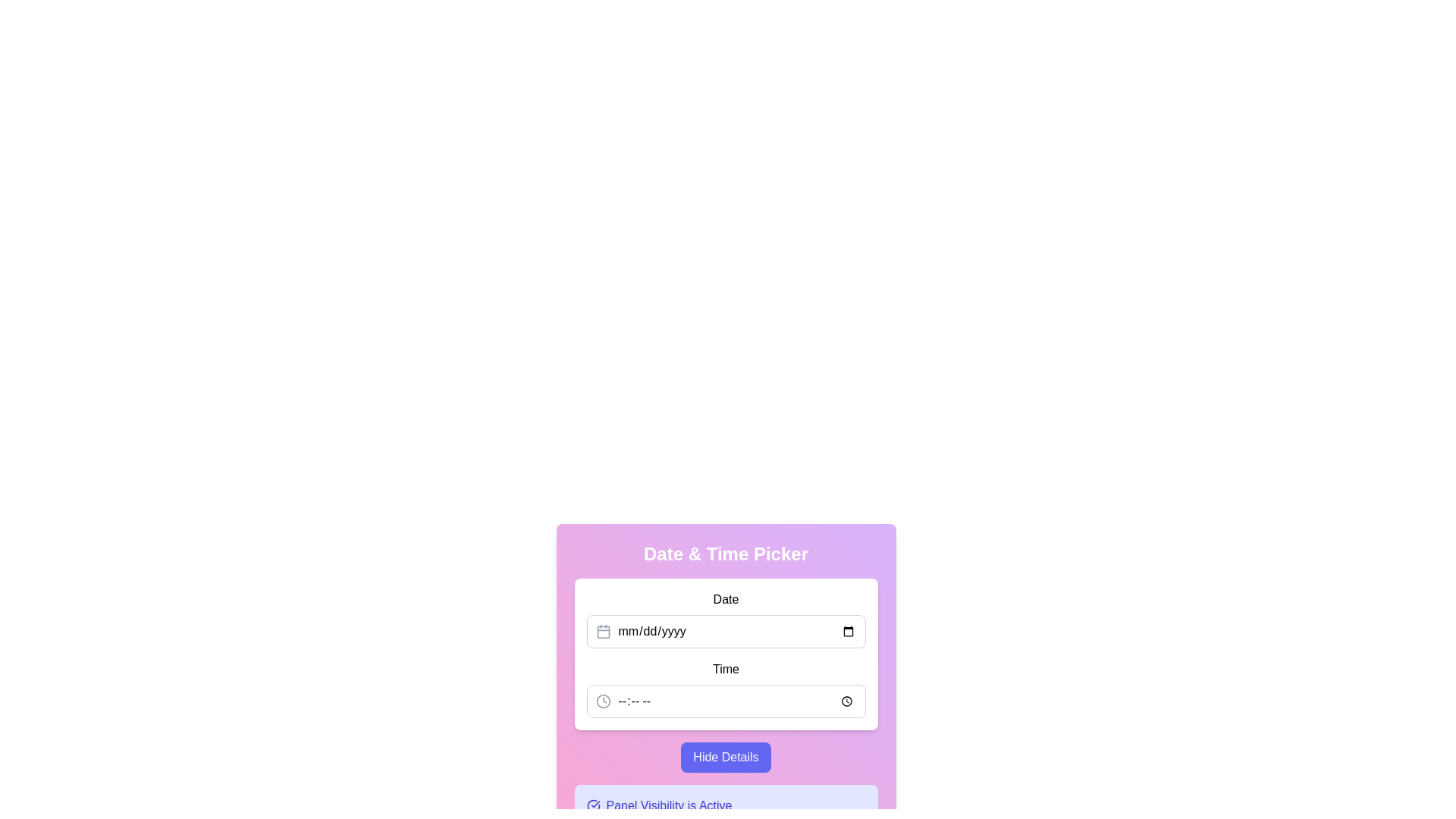 The width and height of the screenshot is (1456, 819). What do you see at coordinates (725, 598) in the screenshot?
I see `the static text label located above the input field for date entry, which indicates the purpose of the adjacent input field` at bounding box center [725, 598].